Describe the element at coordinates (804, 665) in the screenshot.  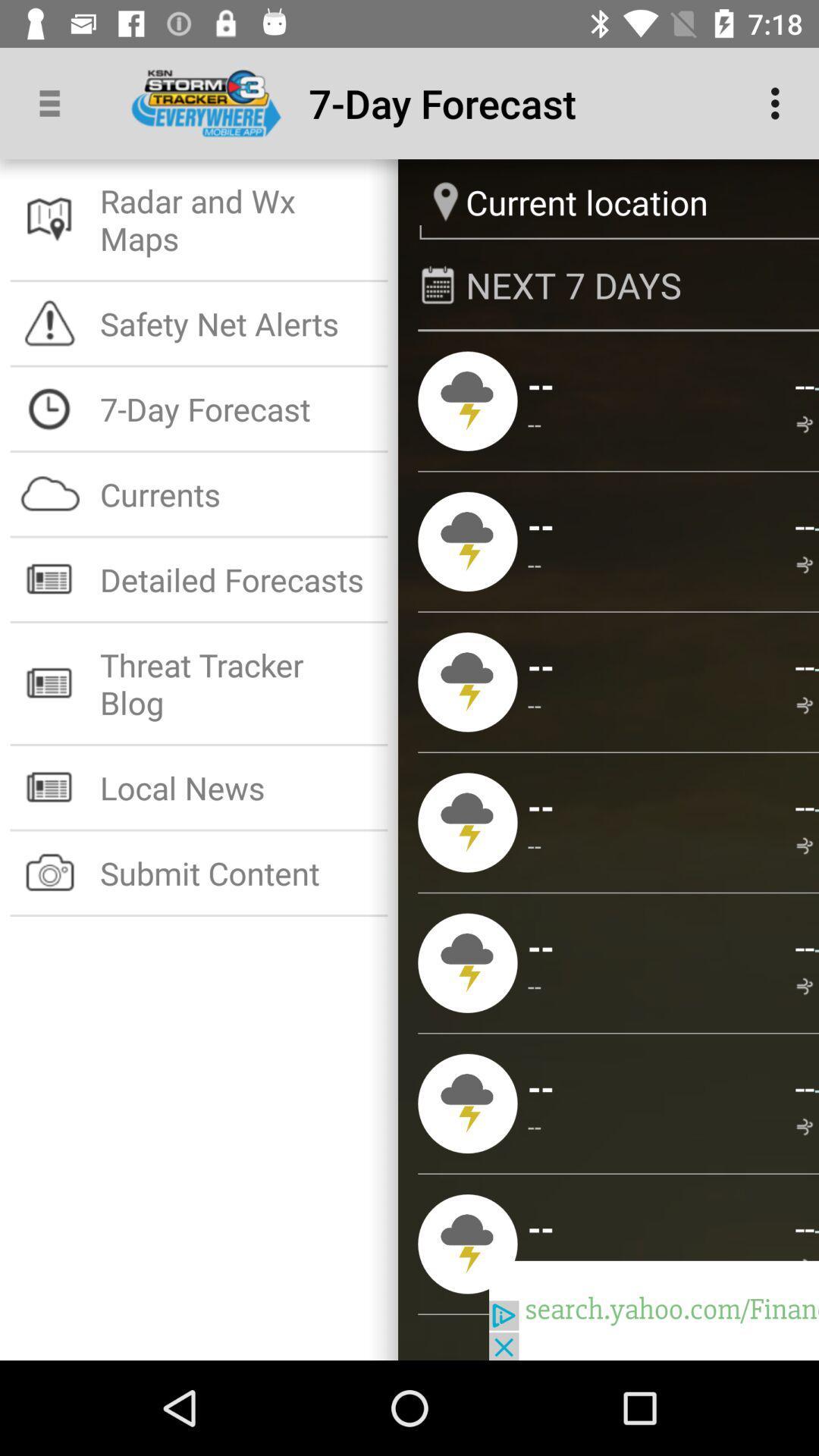
I see `the -- item` at that location.